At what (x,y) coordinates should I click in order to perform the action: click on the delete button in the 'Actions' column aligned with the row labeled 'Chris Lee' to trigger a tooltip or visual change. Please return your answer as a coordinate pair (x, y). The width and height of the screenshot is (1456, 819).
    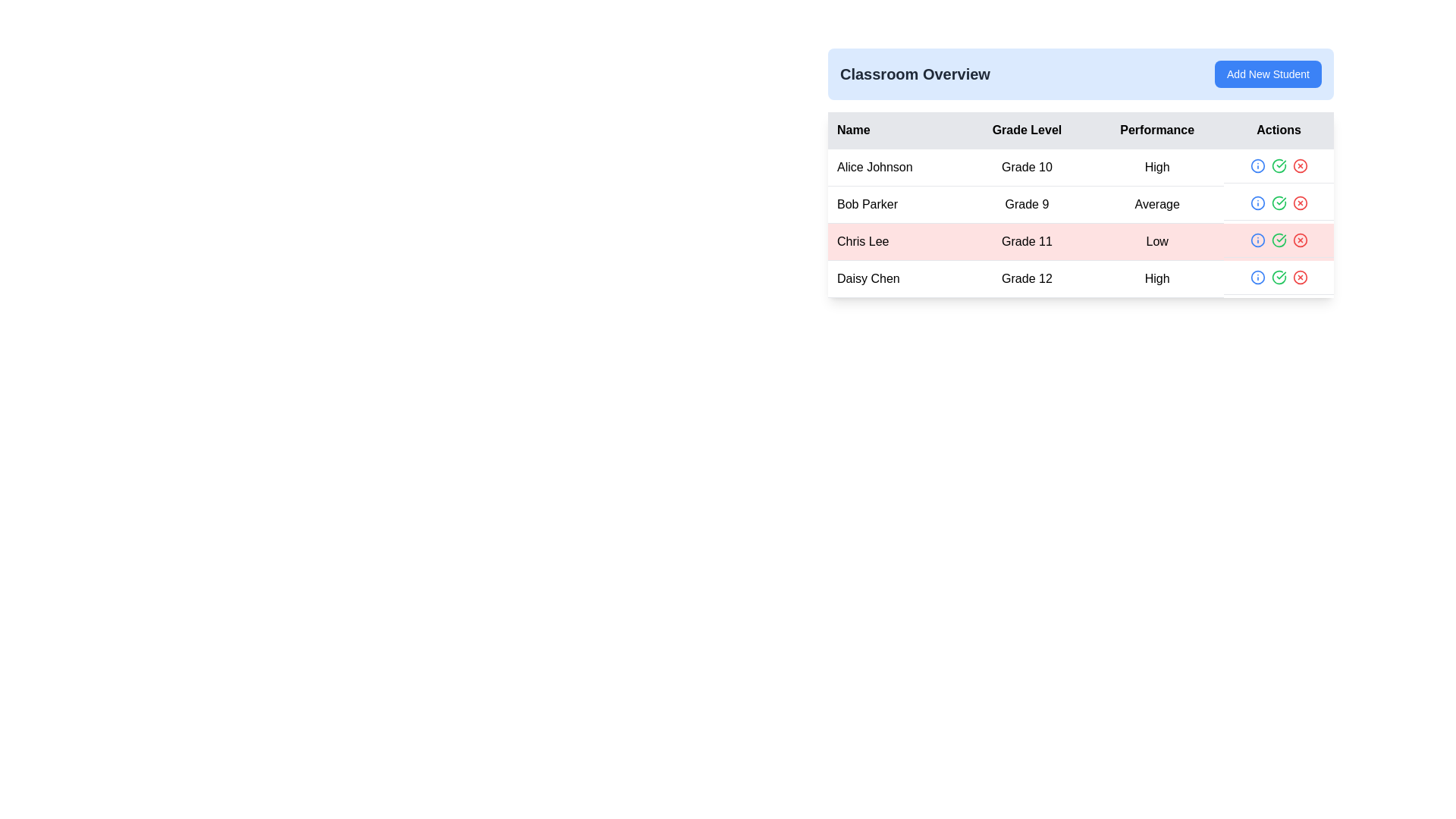
    Looking at the image, I should click on (1299, 239).